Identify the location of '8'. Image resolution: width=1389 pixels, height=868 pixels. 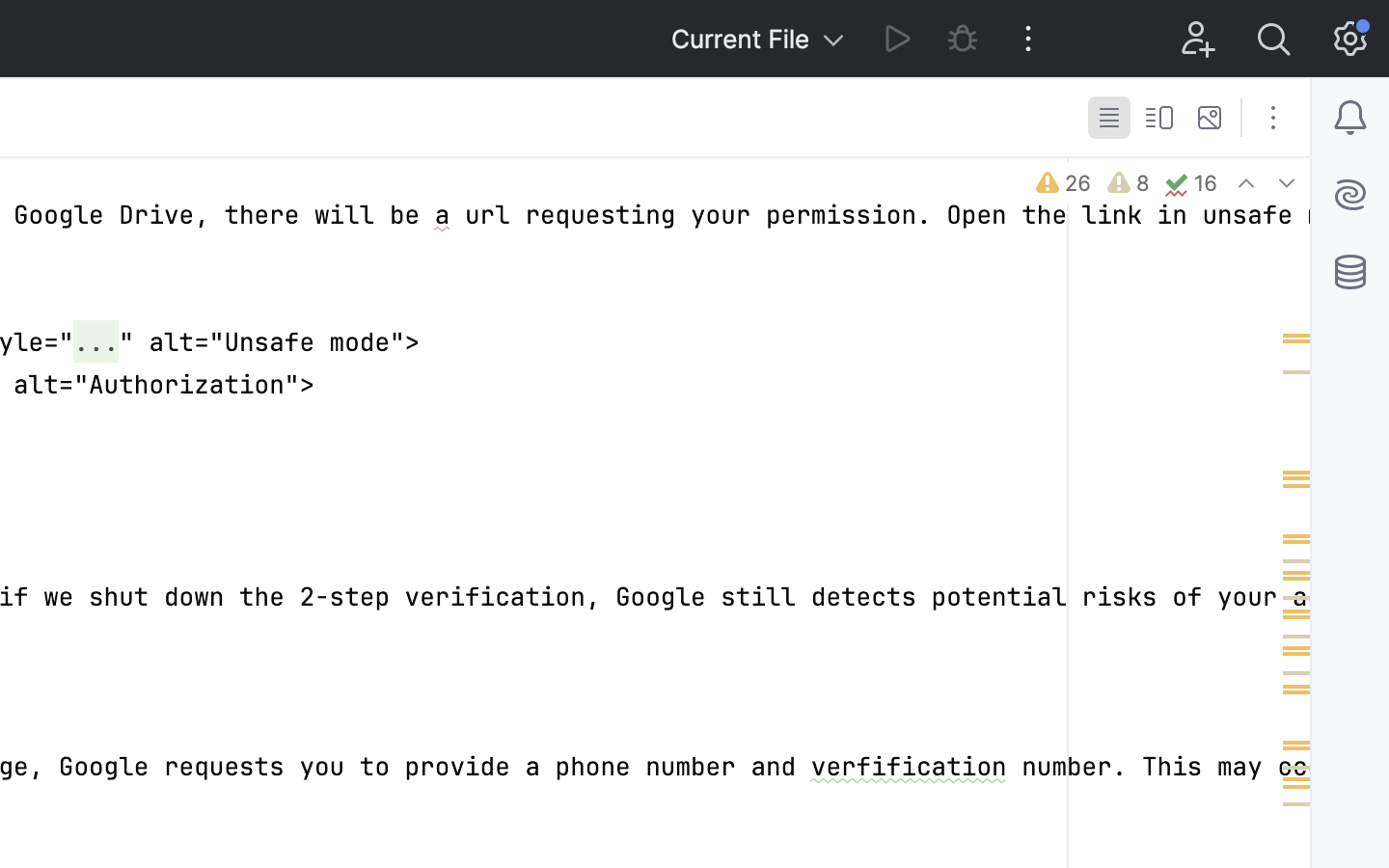
(1126, 182).